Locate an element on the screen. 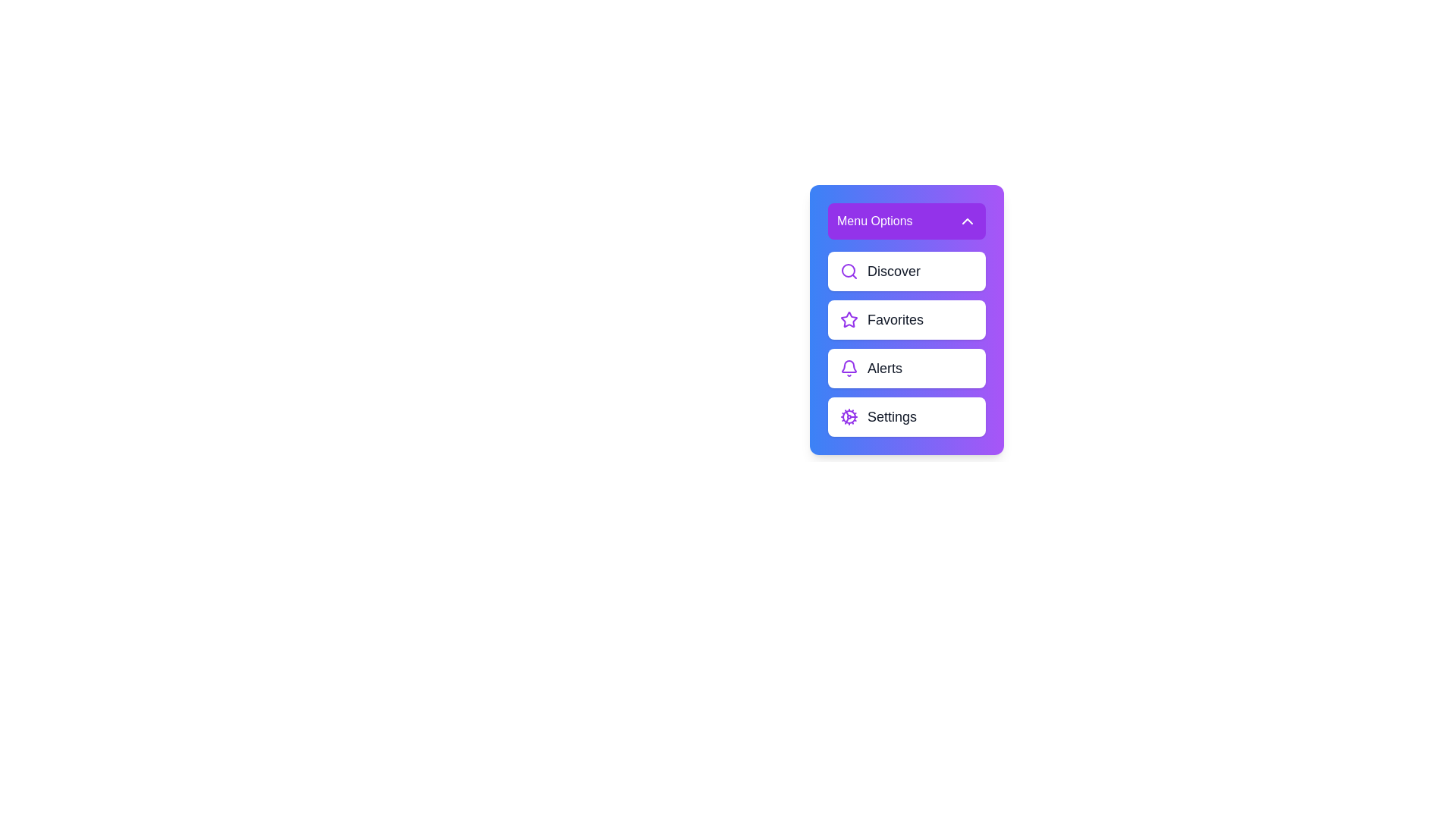  the vertically aligned selection menu item with text and an icon on the left side is located at coordinates (906, 344).